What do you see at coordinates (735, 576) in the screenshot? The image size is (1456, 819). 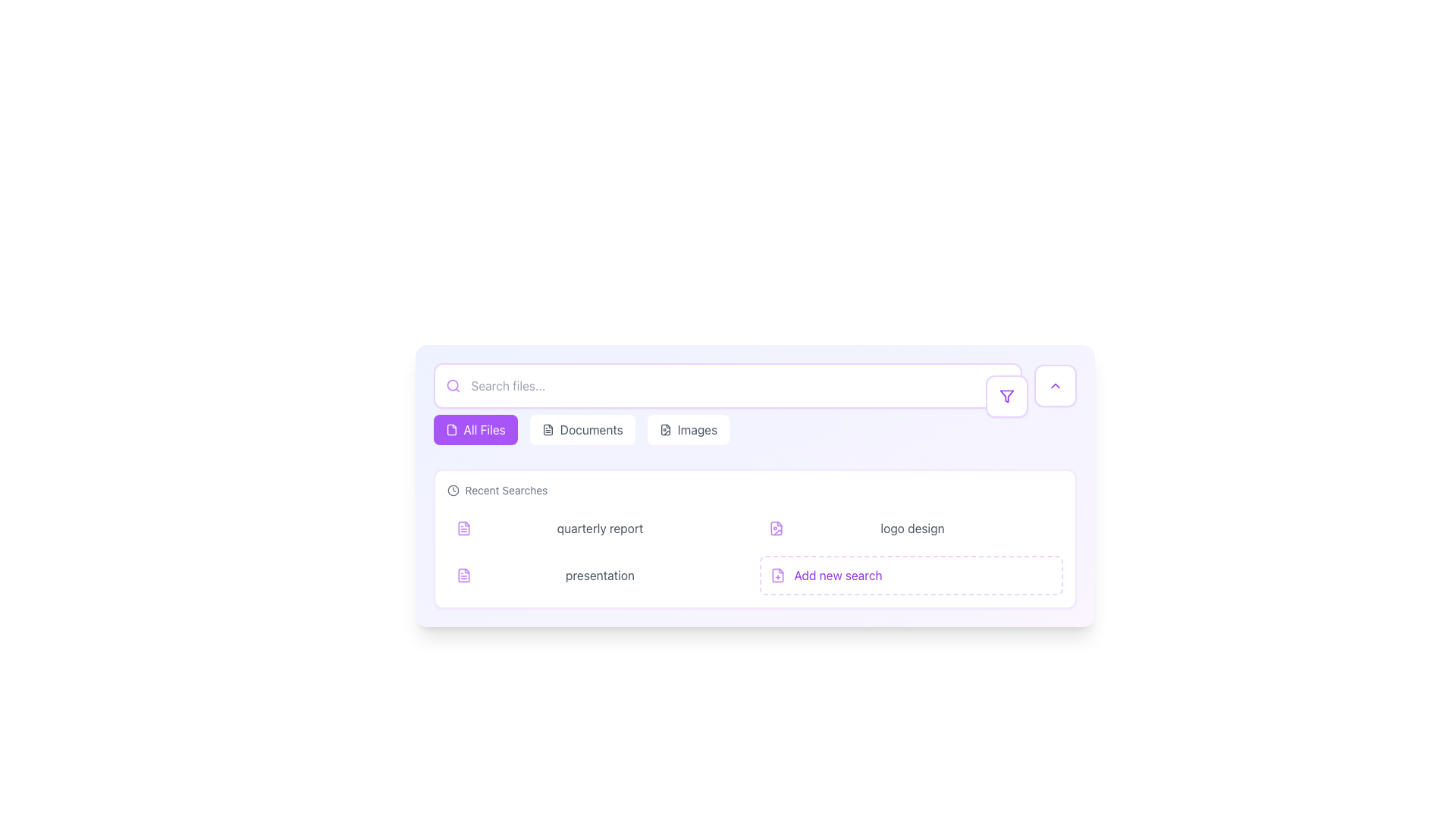 I see `the button at the far right of the 'presentation' search entry` at bounding box center [735, 576].